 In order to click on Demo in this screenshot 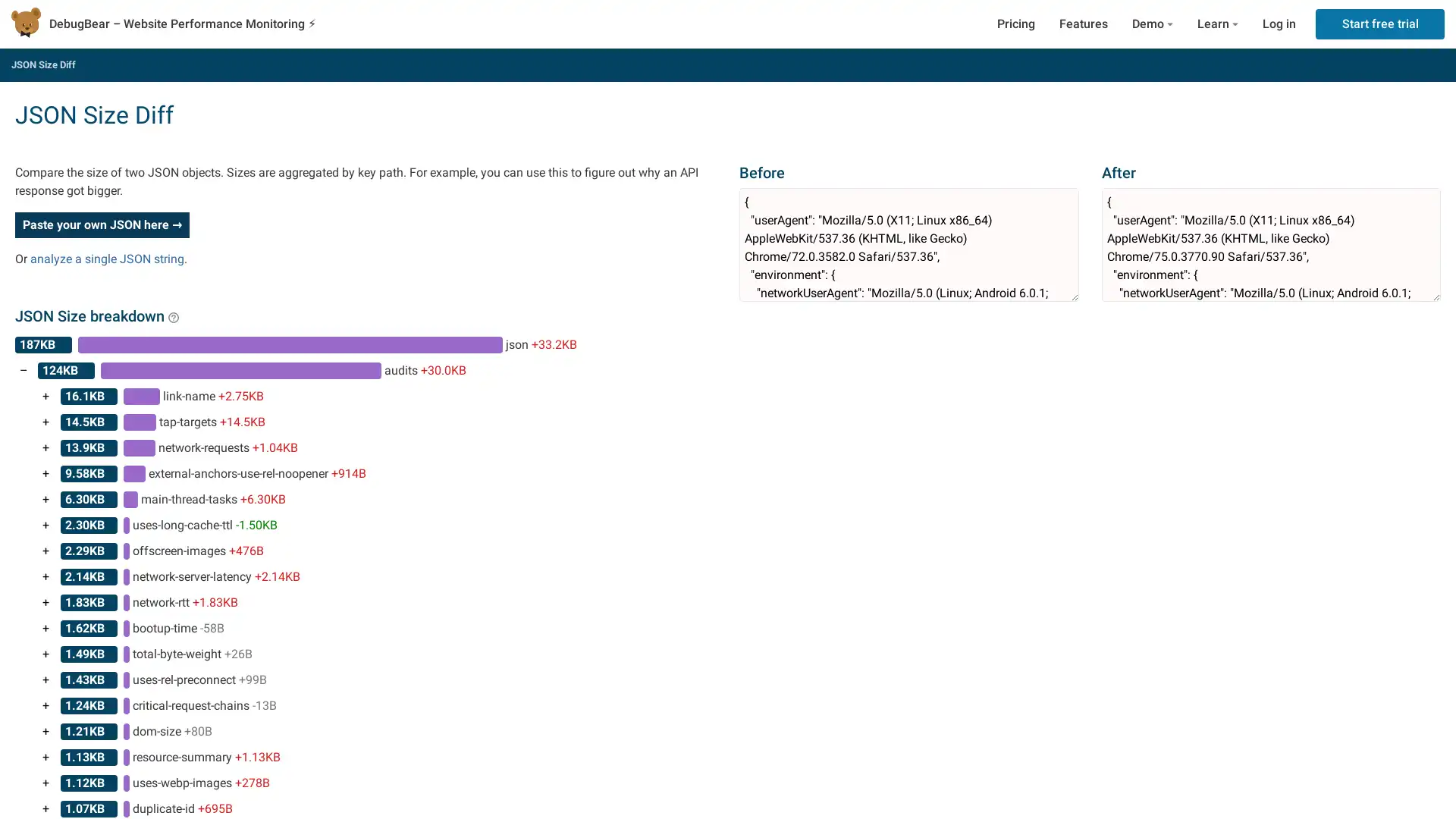, I will do `click(1153, 24)`.